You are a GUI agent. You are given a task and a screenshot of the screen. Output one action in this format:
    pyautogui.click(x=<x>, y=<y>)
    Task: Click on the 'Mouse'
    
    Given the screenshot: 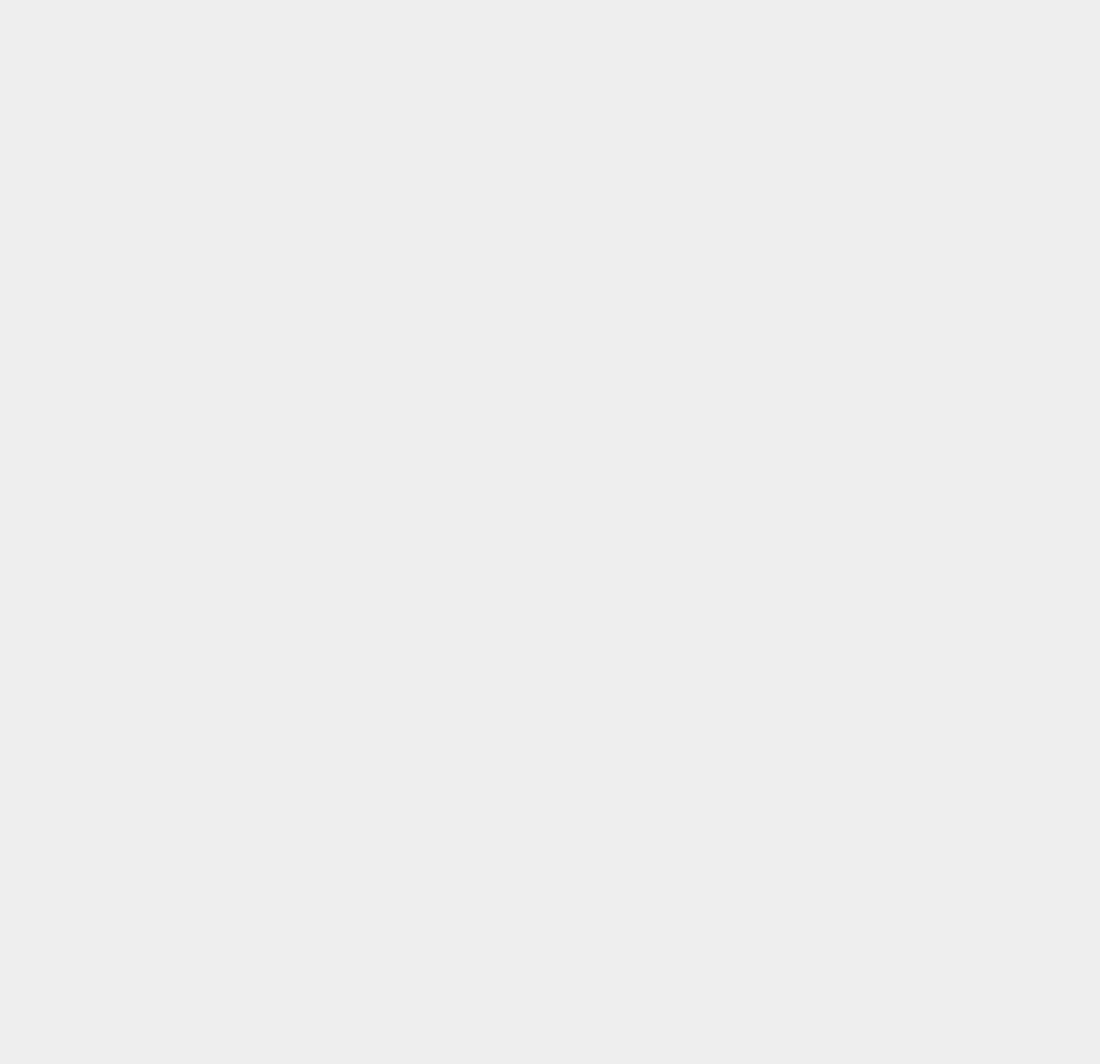 What is the action you would take?
    pyautogui.click(x=799, y=416)
    